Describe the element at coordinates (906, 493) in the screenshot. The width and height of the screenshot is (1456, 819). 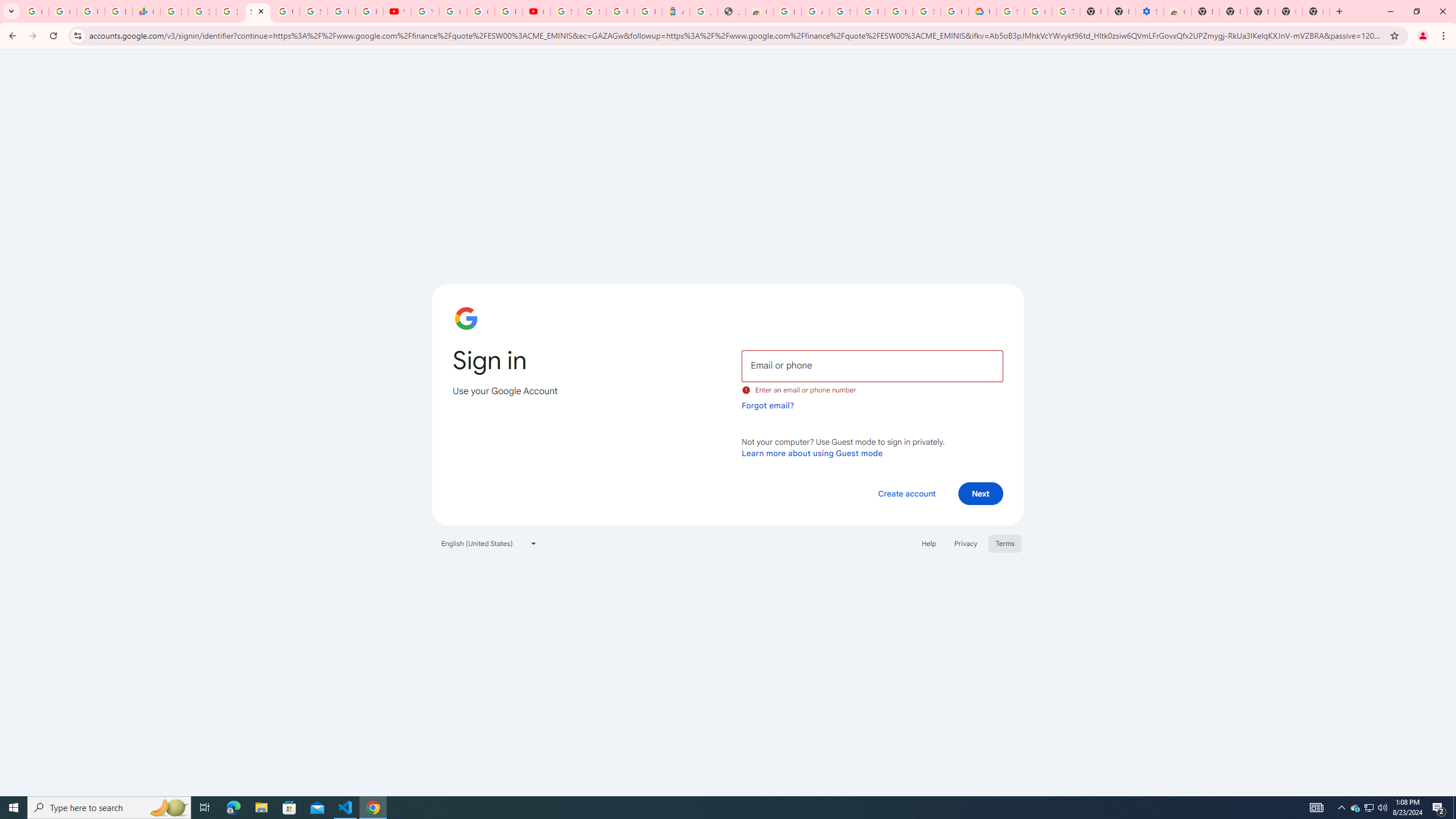
I see `'Create account'` at that location.